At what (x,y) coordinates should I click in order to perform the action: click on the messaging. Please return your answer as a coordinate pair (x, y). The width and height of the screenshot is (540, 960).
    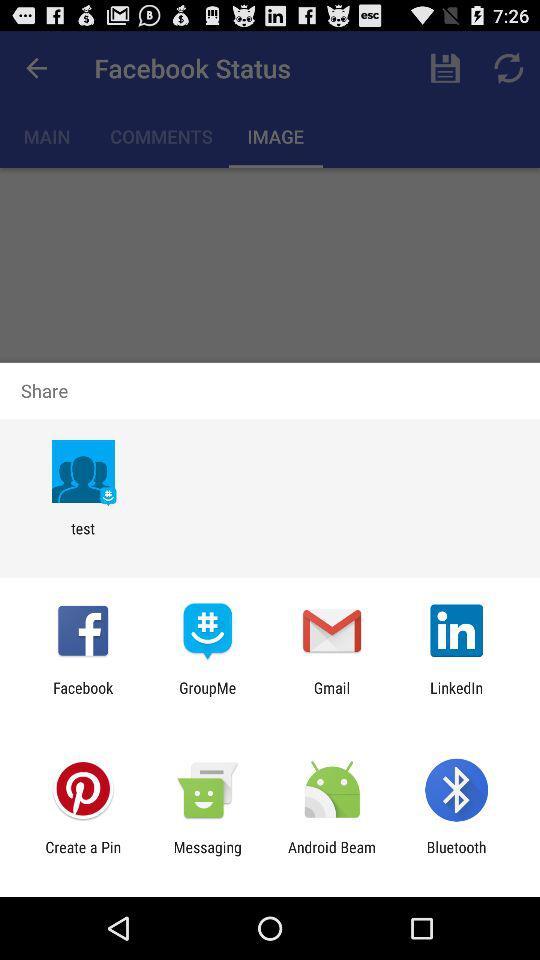
    Looking at the image, I should click on (206, 855).